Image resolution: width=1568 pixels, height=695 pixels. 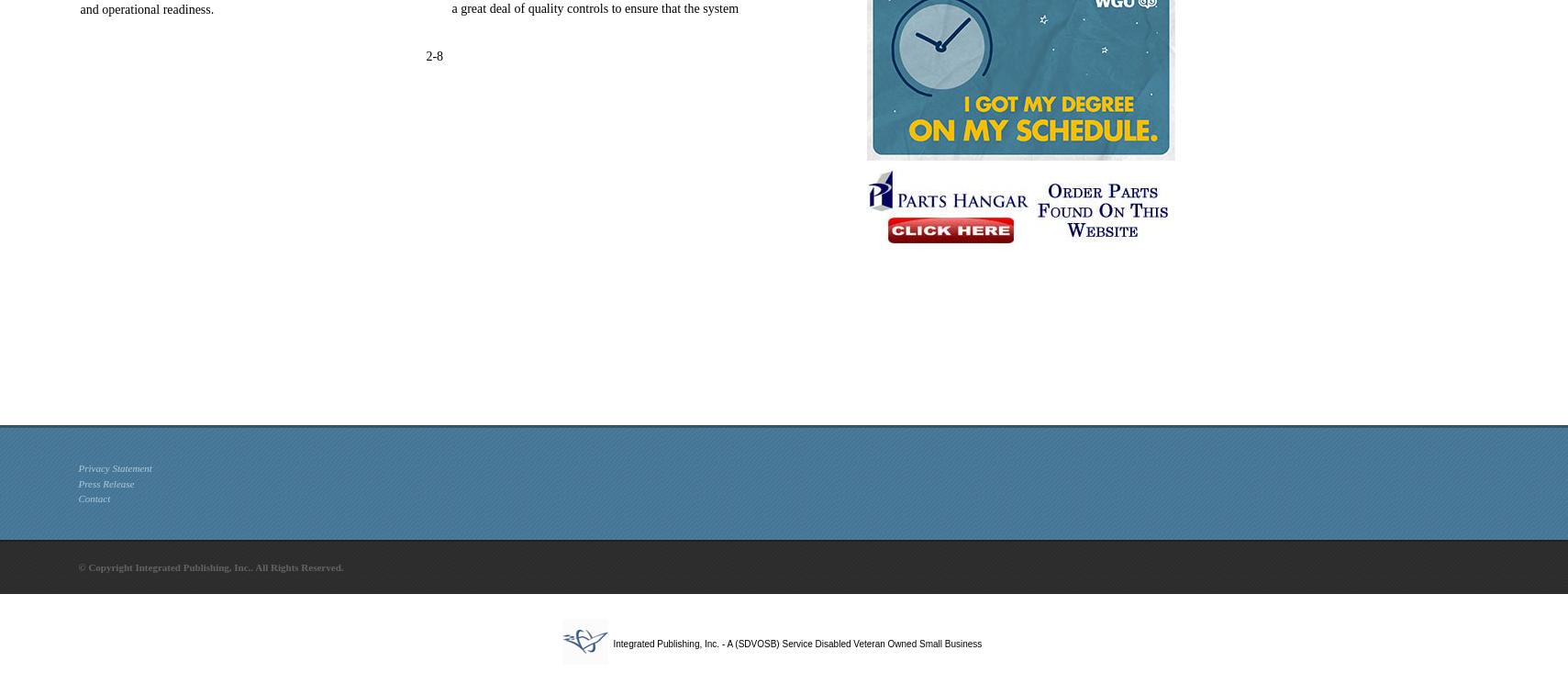 What do you see at coordinates (586, 7) in the screenshot?
I see `'controls'` at bounding box center [586, 7].